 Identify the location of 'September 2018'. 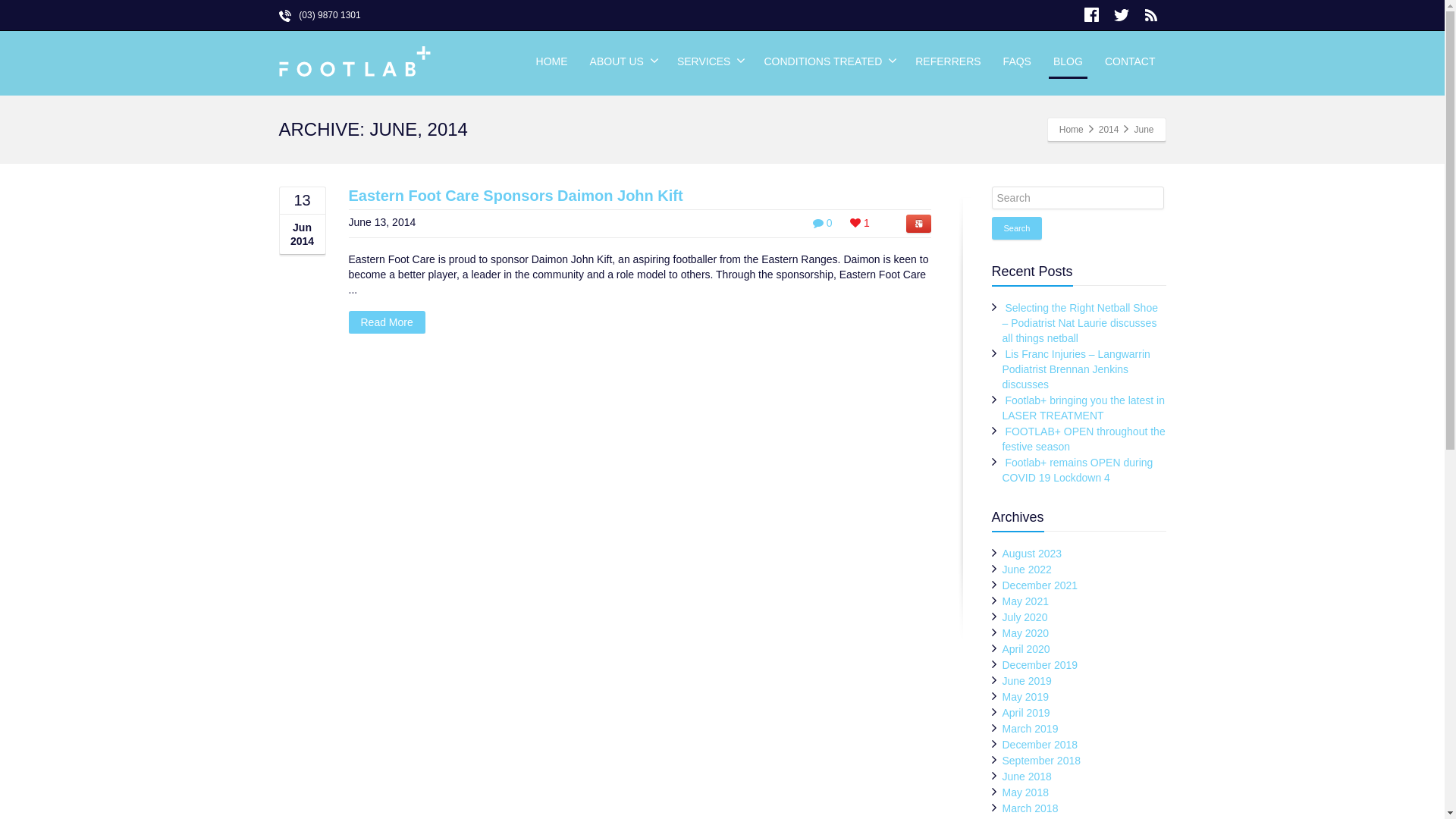
(1040, 760).